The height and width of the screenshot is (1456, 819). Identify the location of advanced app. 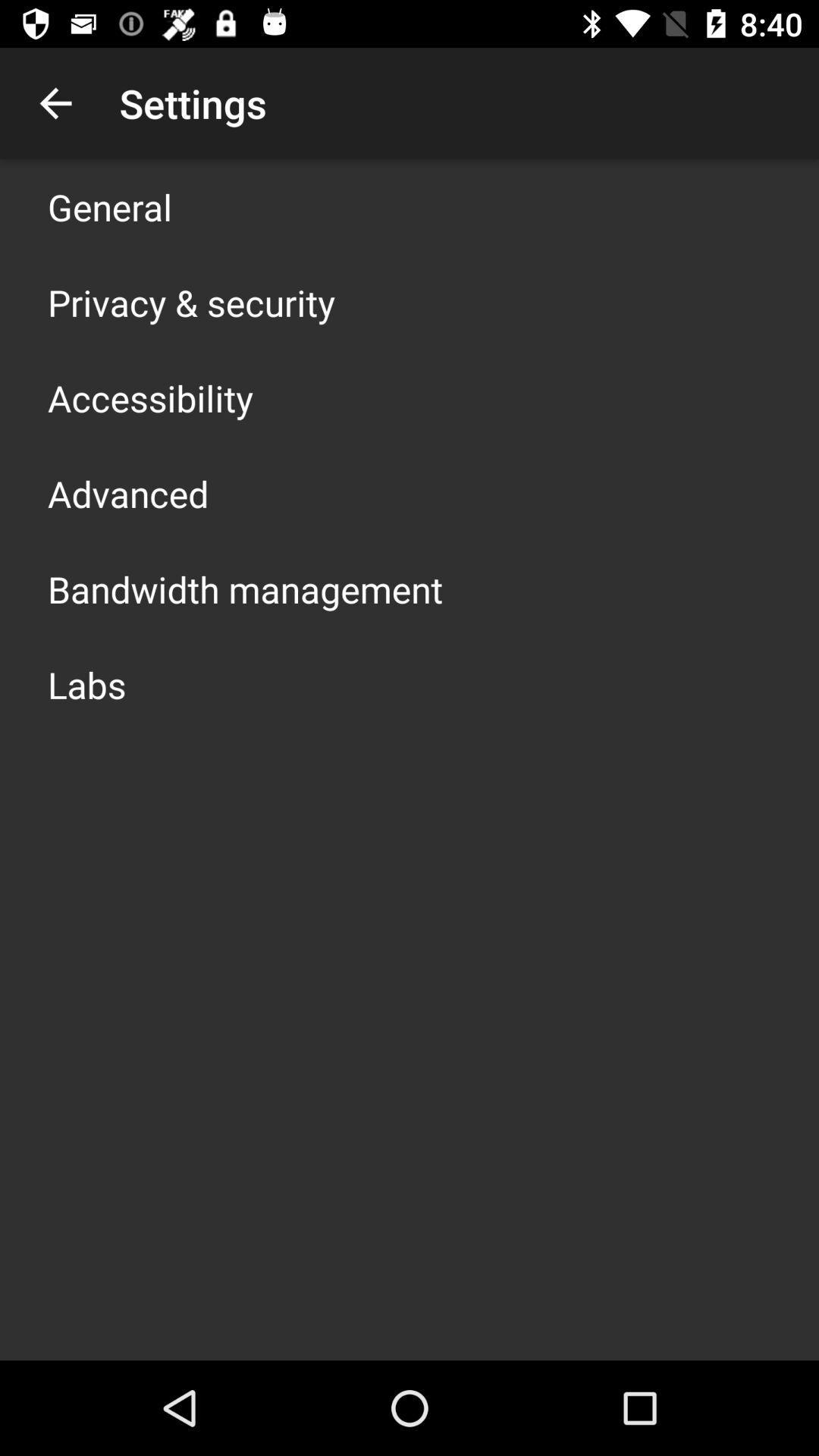
(127, 494).